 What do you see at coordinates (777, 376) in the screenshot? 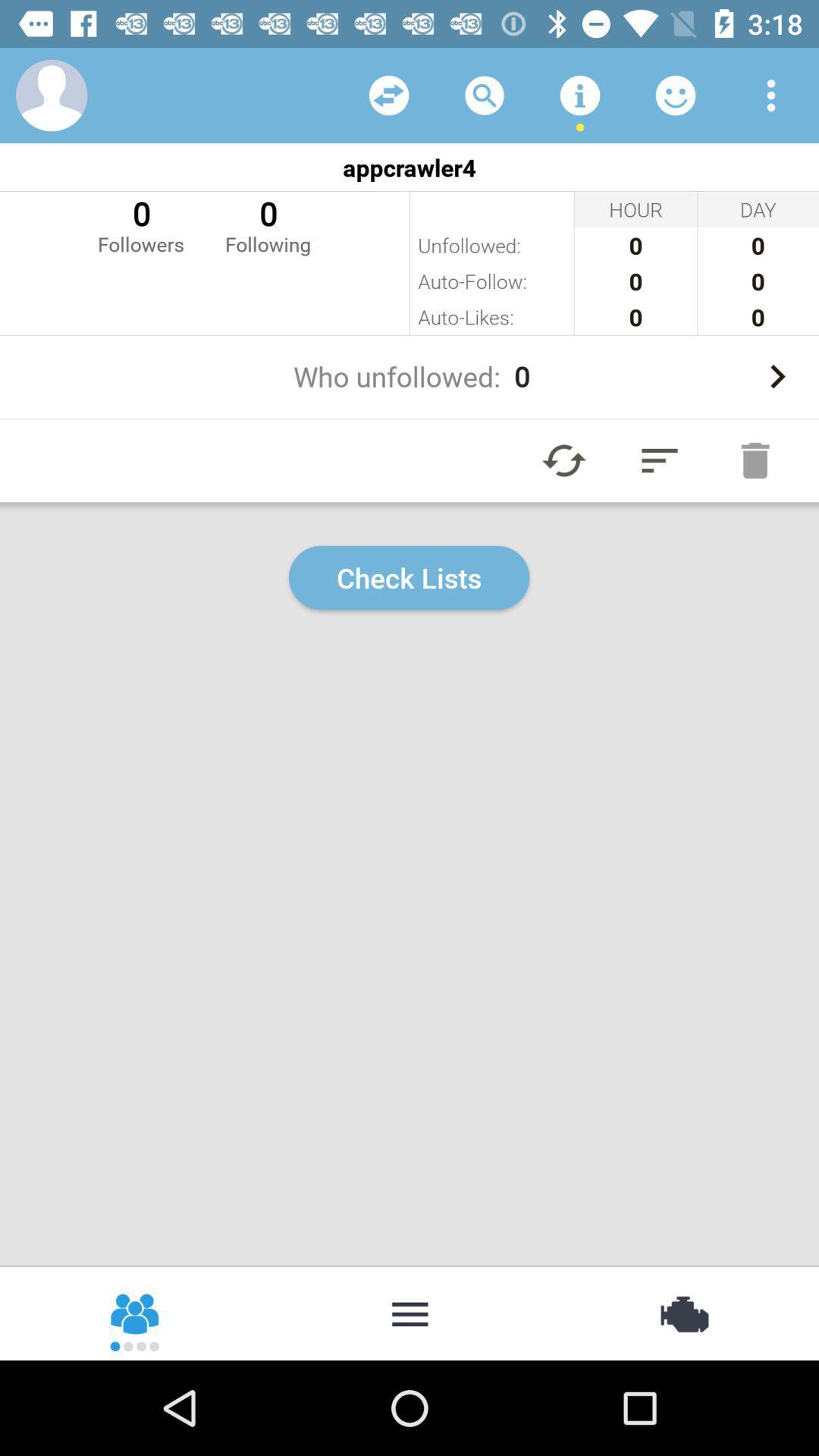
I see `the arrow_forward icon` at bounding box center [777, 376].